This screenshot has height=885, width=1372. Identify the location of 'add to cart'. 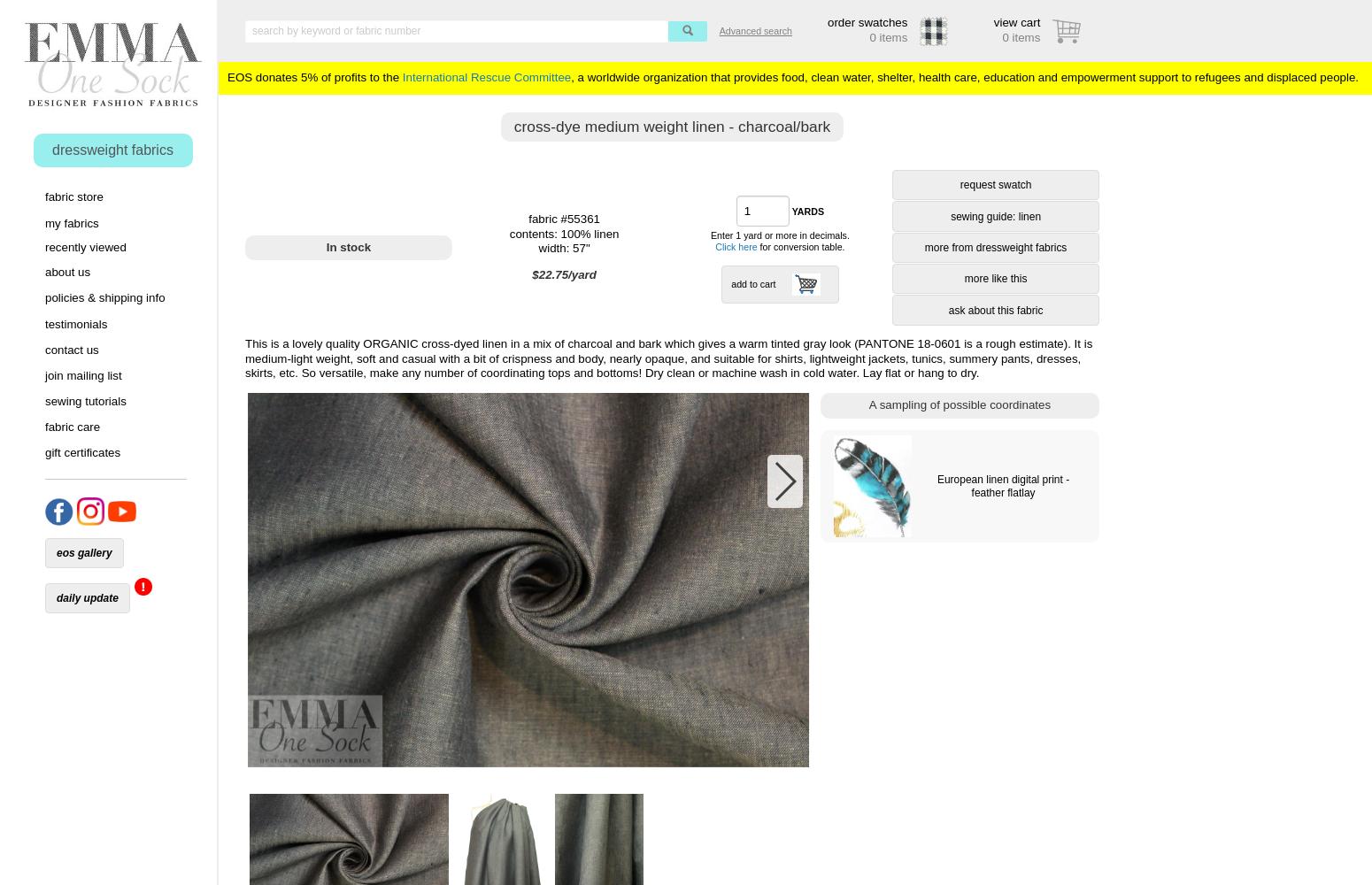
(752, 283).